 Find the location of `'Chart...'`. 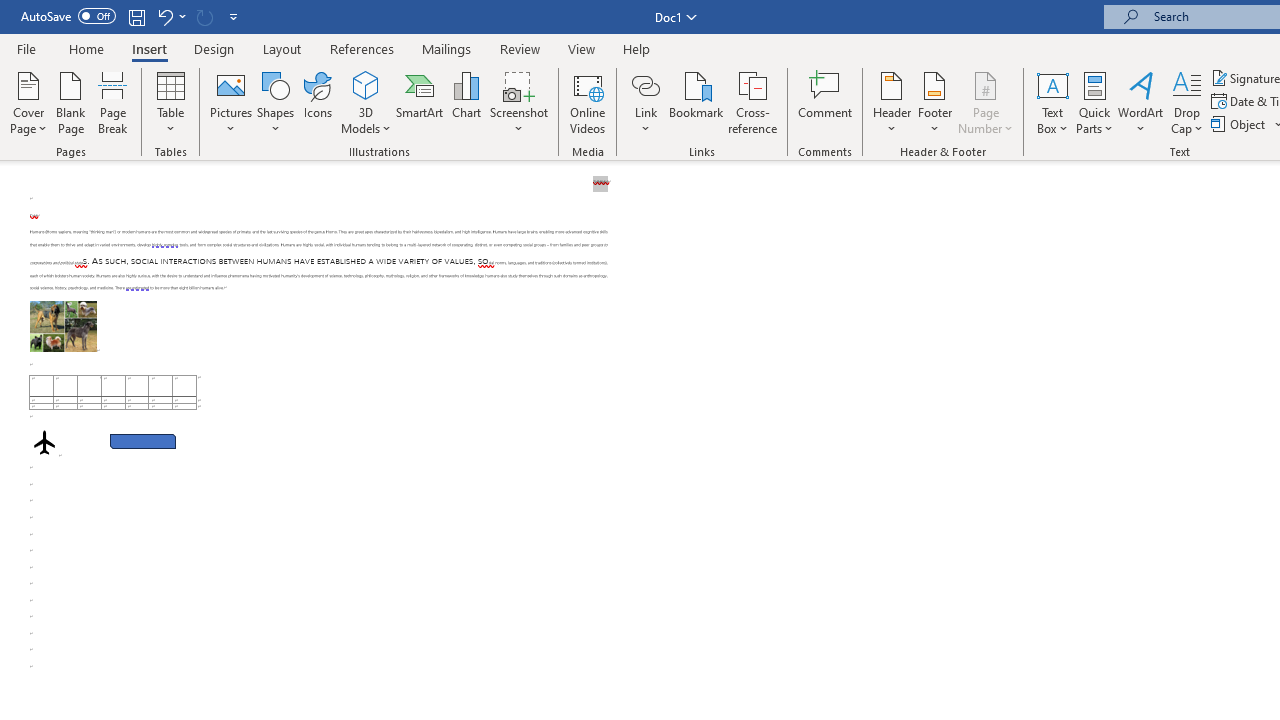

'Chart...' is located at coordinates (465, 103).